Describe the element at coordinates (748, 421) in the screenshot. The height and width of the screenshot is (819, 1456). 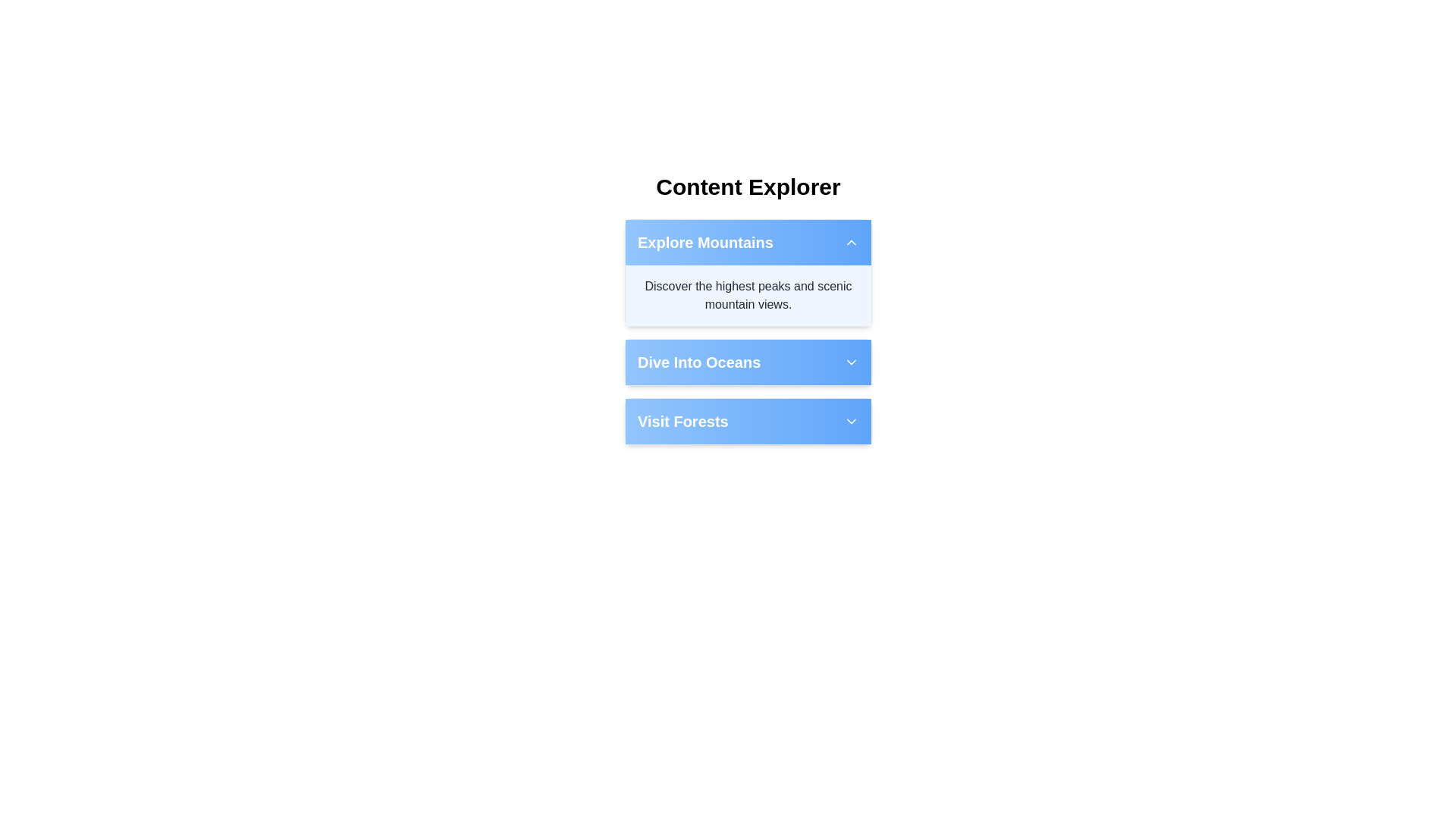
I see `the forest exploration button located at the bottom of the vertical stack of buttons` at that location.